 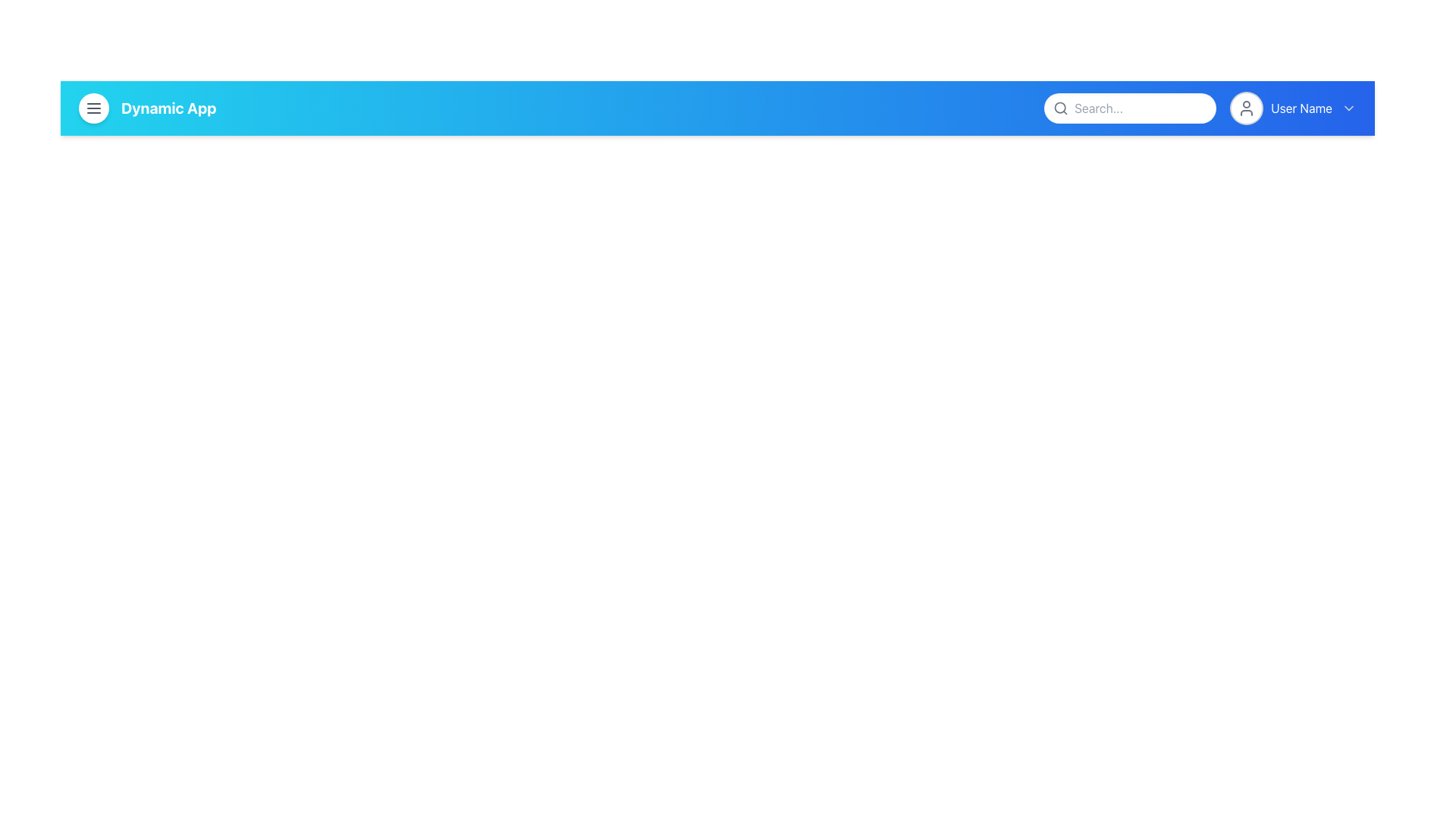 I want to click on the text label that reads 'Dynamic App', which is styled in bold with large white text against a blue gradient background, located in the navigation bar's left section, so click(x=168, y=107).